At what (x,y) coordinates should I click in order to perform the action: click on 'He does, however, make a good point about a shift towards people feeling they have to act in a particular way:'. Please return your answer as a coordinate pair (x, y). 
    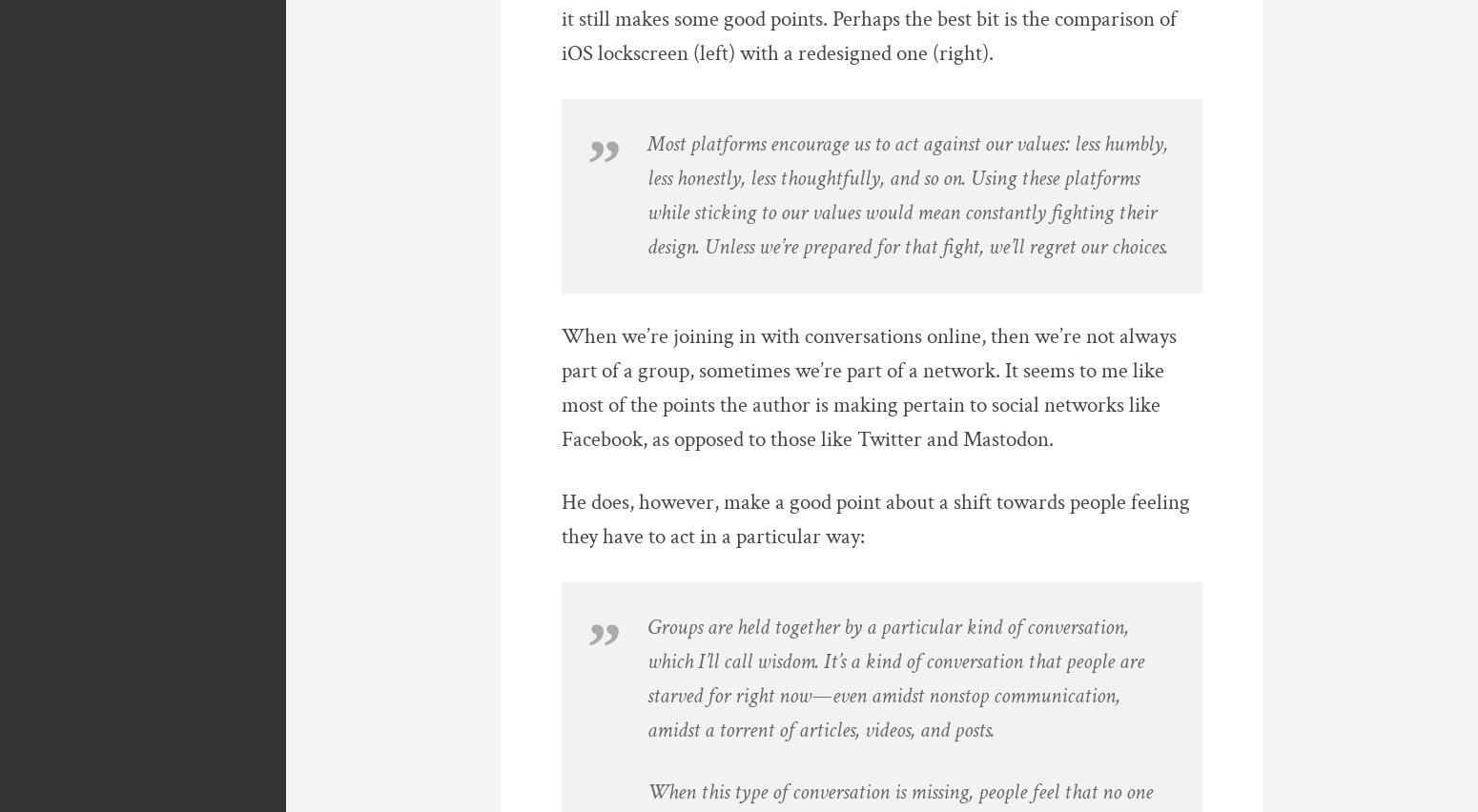
    Looking at the image, I should click on (562, 518).